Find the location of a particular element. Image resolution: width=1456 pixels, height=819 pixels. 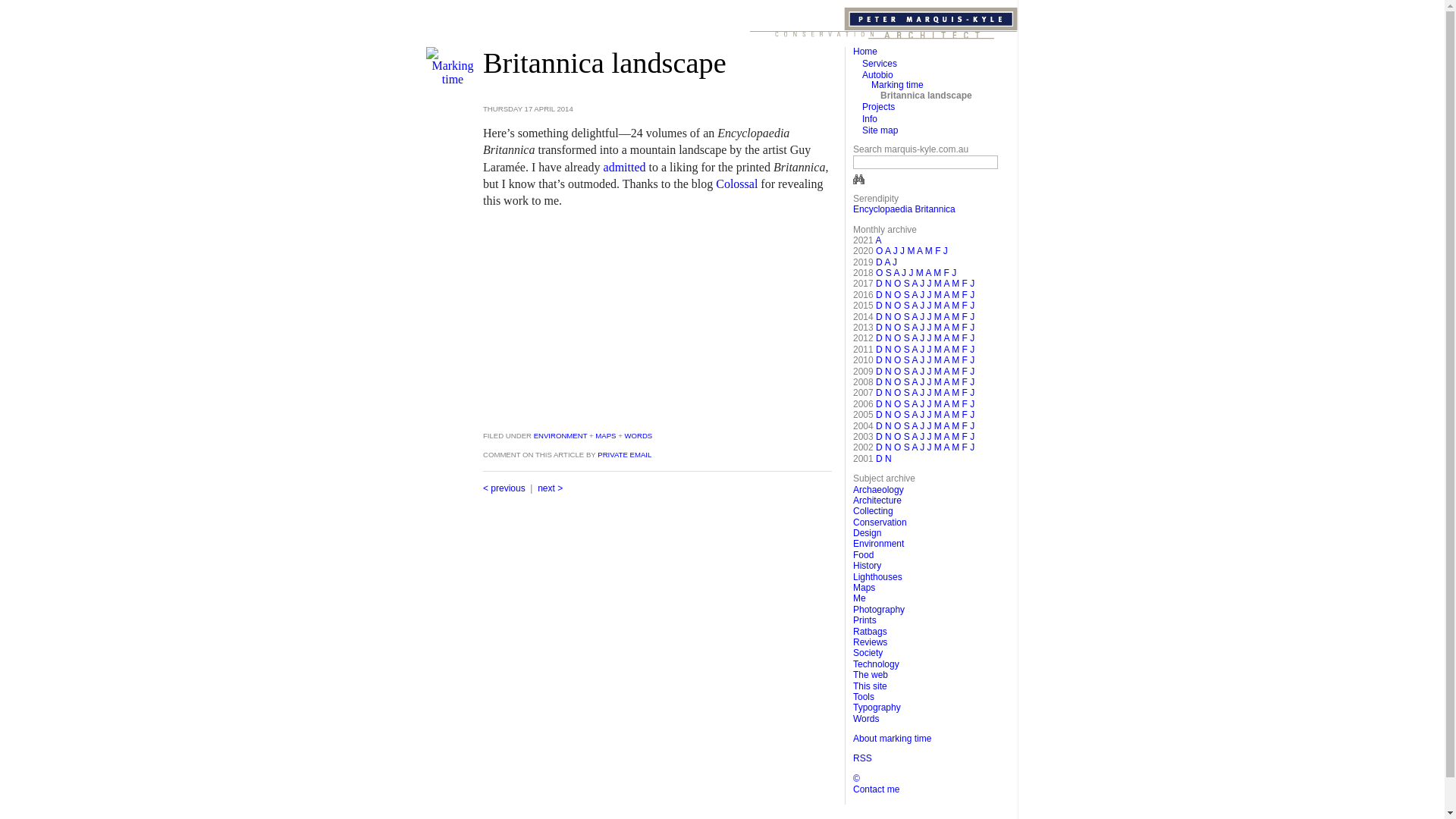

'WORDS' is located at coordinates (638, 435).